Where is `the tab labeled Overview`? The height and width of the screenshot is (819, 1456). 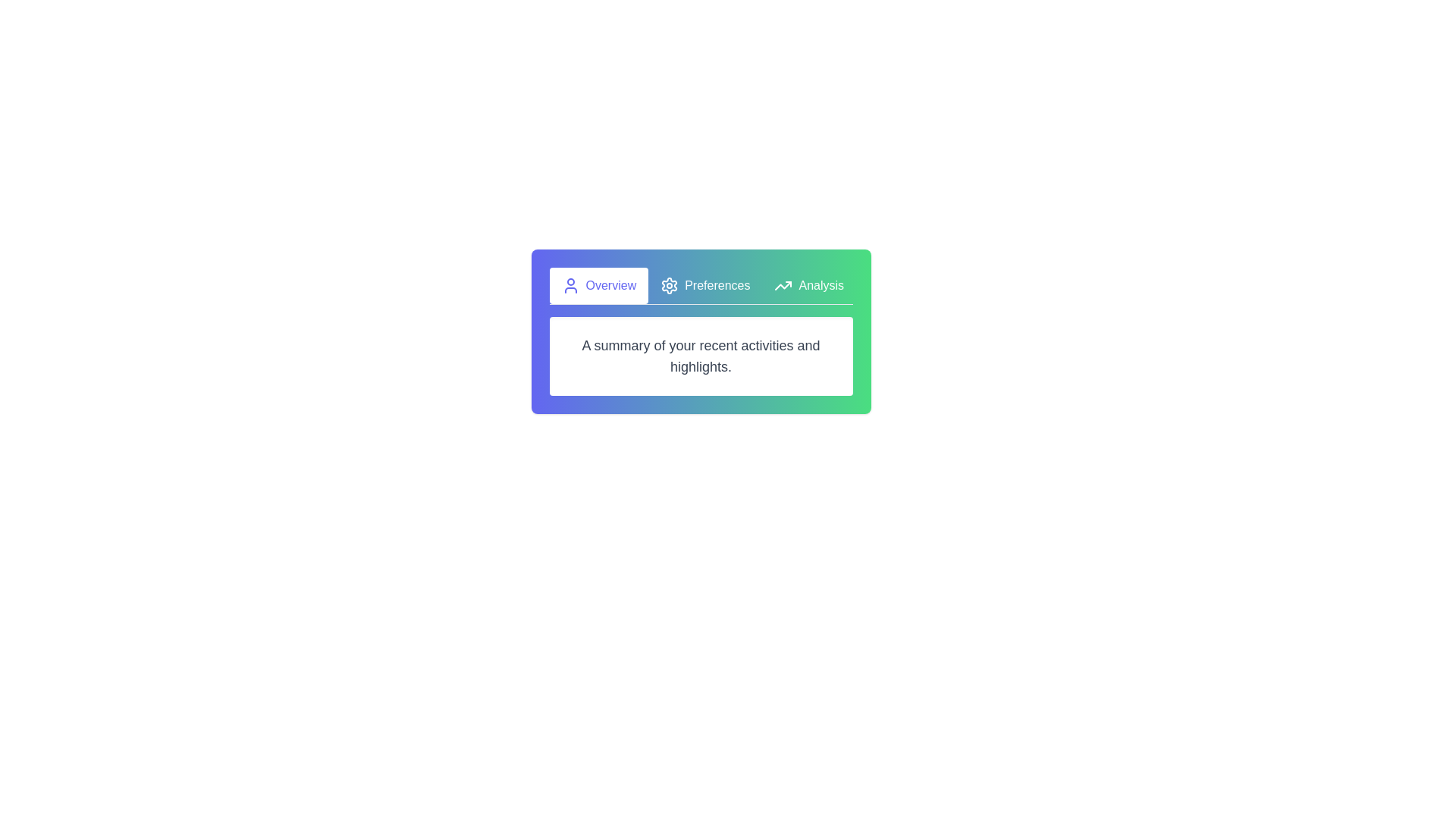 the tab labeled Overview is located at coordinates (597, 286).